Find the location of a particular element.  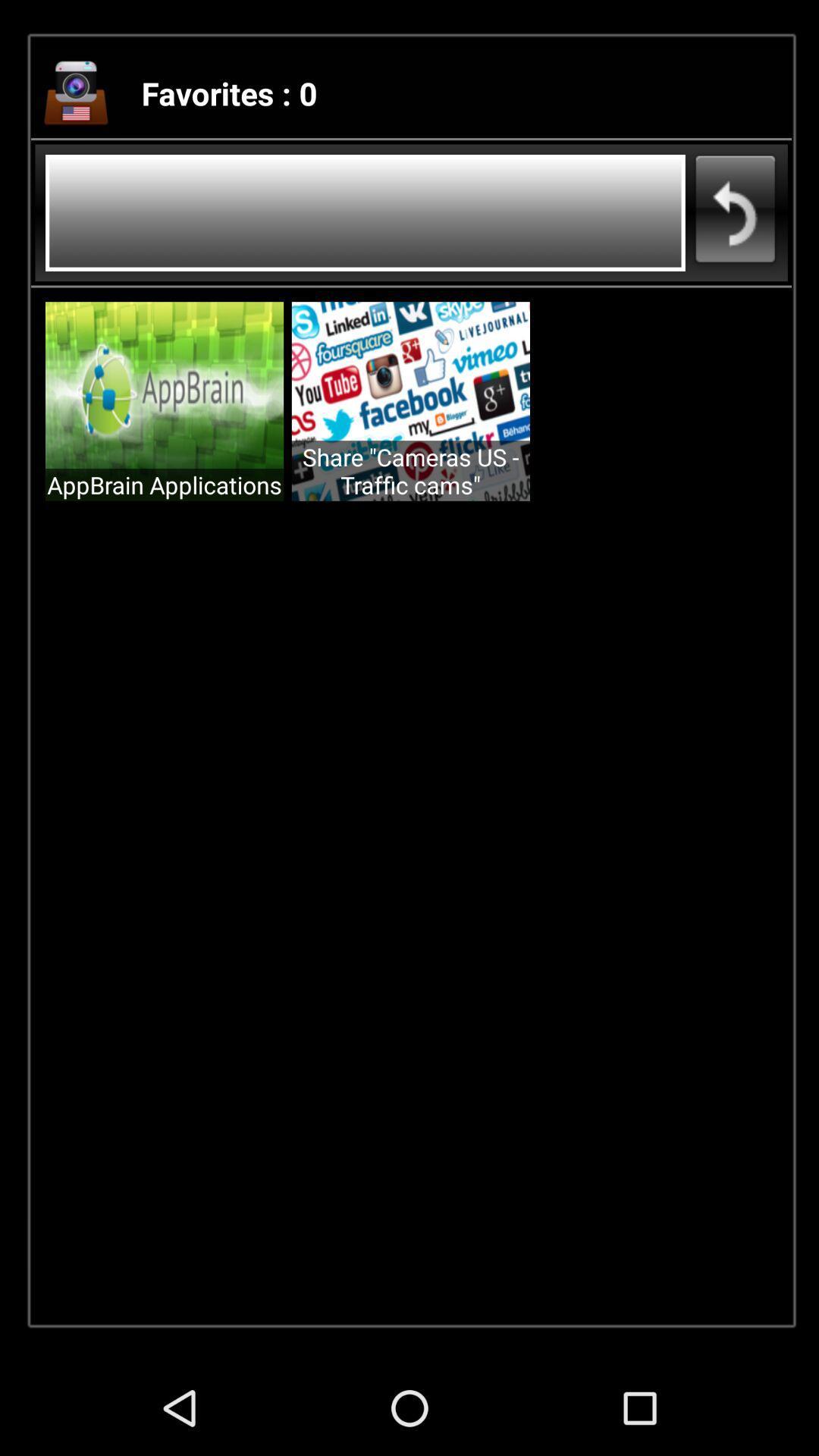

the appbrain applications item is located at coordinates (165, 484).